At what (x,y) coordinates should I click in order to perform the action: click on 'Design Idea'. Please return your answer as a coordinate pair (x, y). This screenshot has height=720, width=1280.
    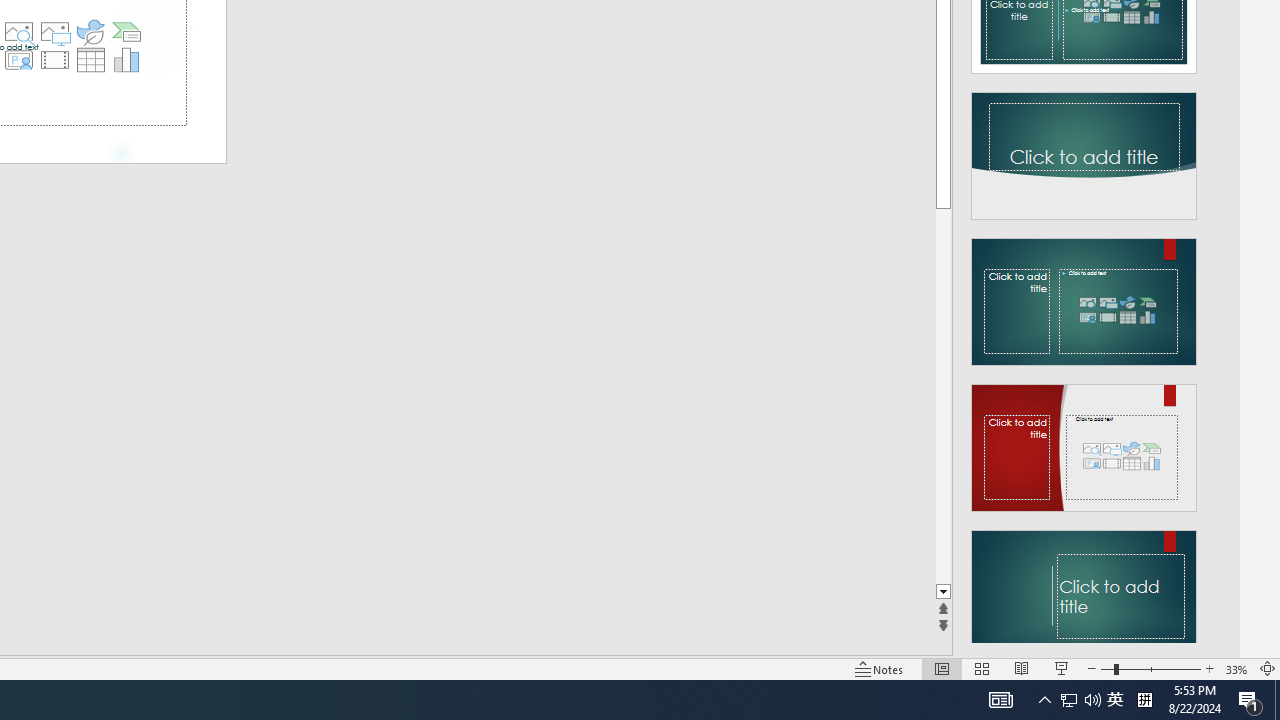
    Looking at the image, I should click on (1083, 586).